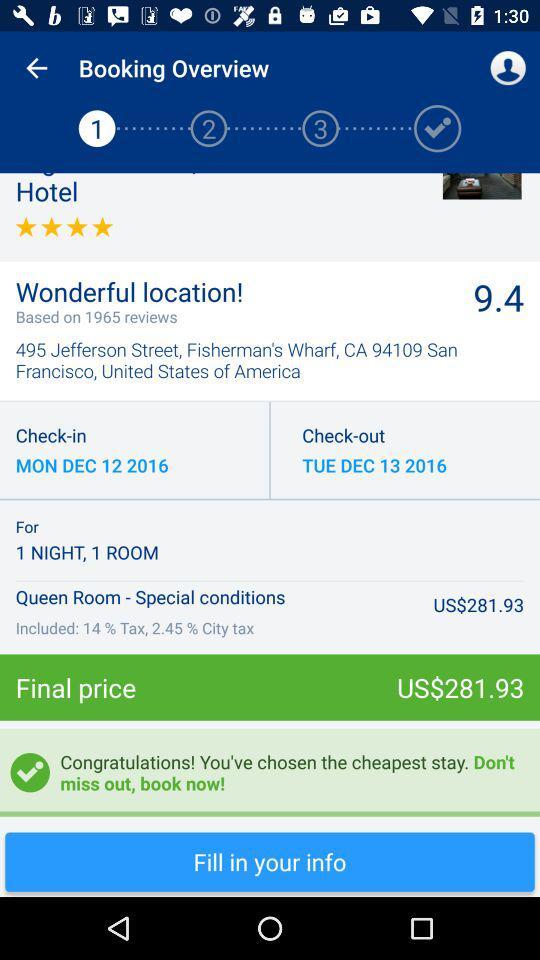 Image resolution: width=540 pixels, height=960 pixels. Describe the element at coordinates (481, 186) in the screenshot. I see `the app to the right of argonaut hotel a item` at that location.